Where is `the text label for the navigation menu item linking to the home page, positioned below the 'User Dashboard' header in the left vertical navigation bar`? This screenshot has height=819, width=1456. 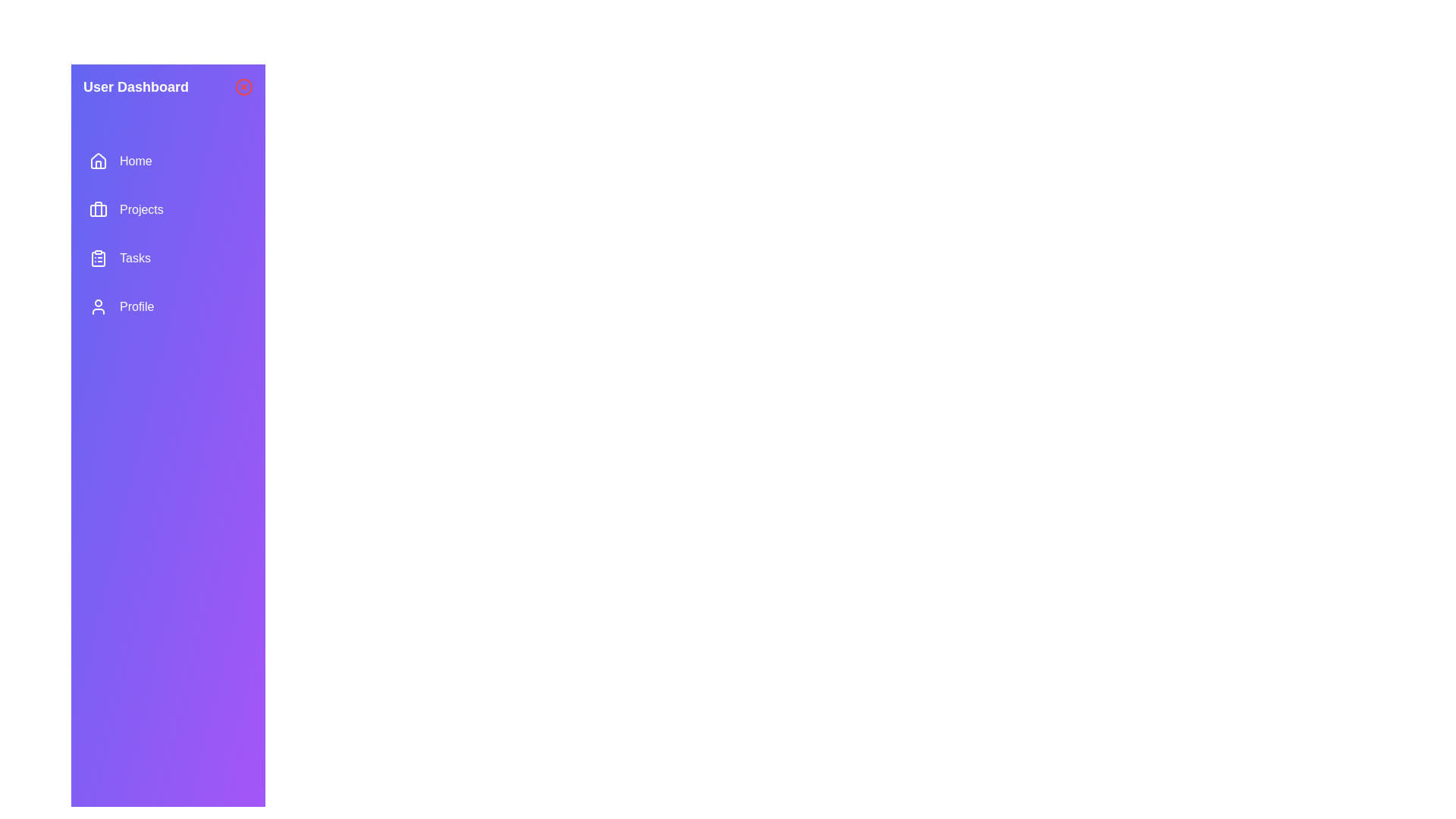 the text label for the navigation menu item linking to the home page, positioned below the 'User Dashboard' header in the left vertical navigation bar is located at coordinates (136, 161).